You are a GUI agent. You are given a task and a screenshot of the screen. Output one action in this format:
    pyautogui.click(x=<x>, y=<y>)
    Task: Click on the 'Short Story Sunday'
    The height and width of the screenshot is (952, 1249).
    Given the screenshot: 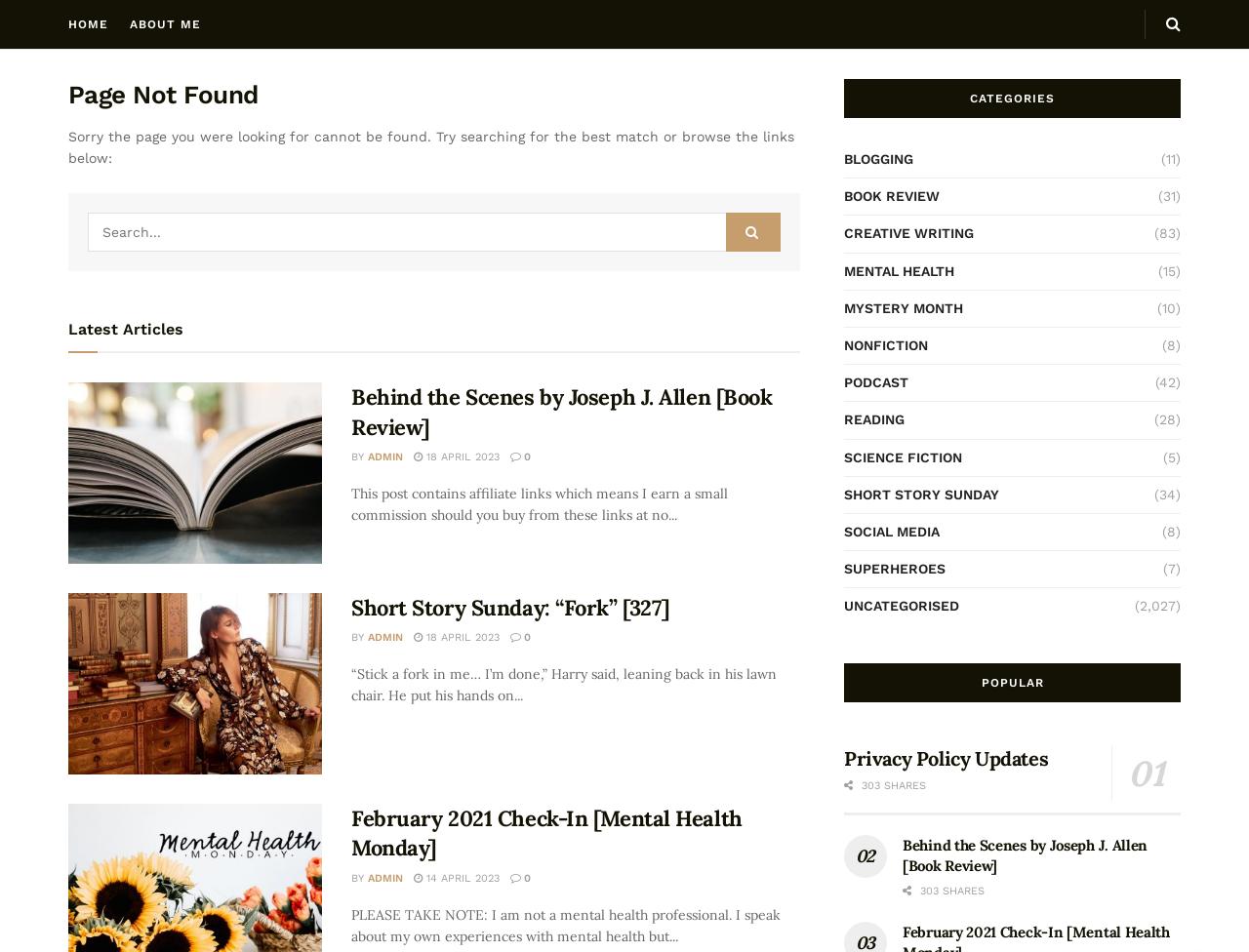 What is the action you would take?
    pyautogui.click(x=844, y=493)
    